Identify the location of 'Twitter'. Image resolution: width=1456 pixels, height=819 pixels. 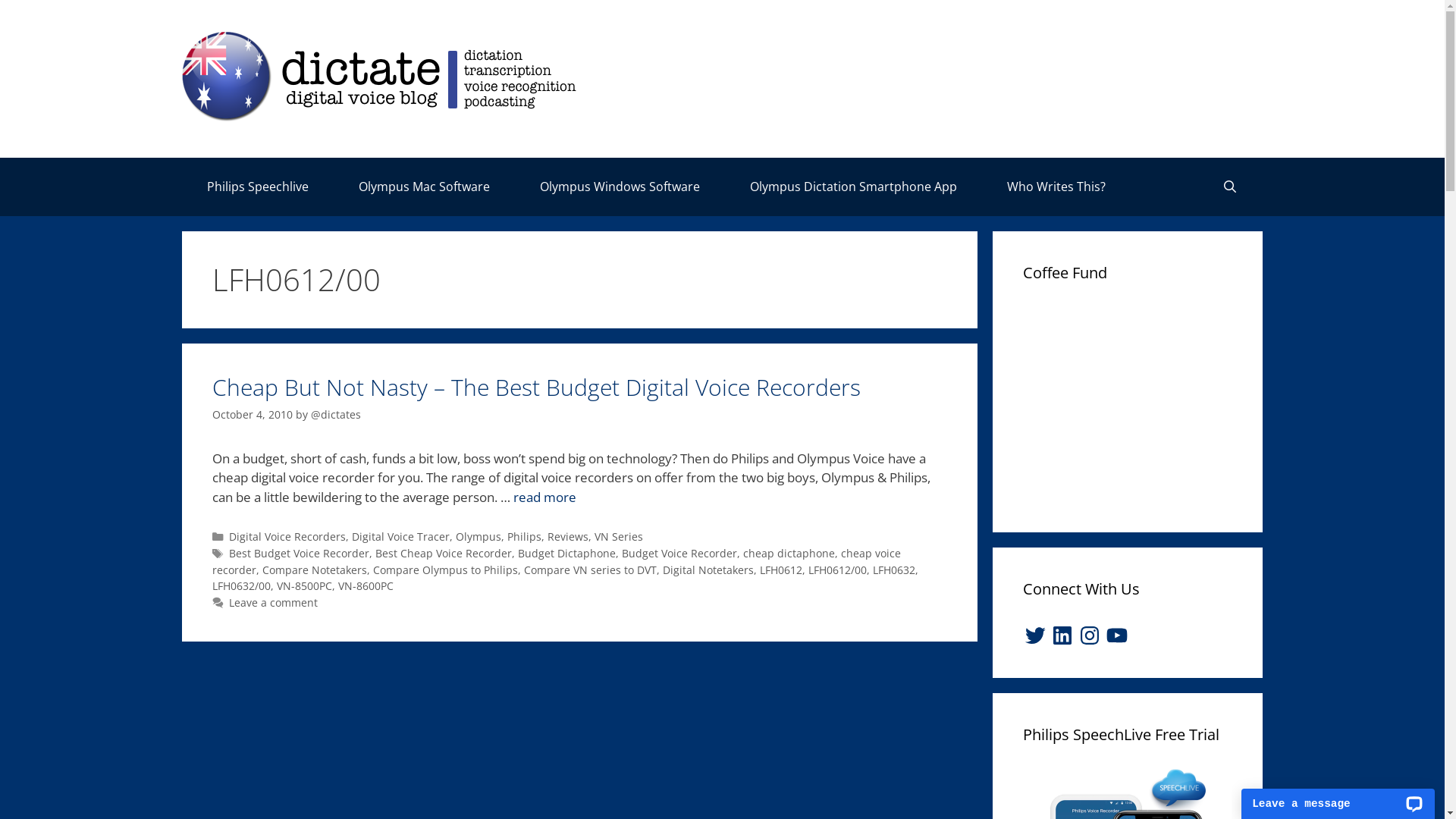
(1034, 635).